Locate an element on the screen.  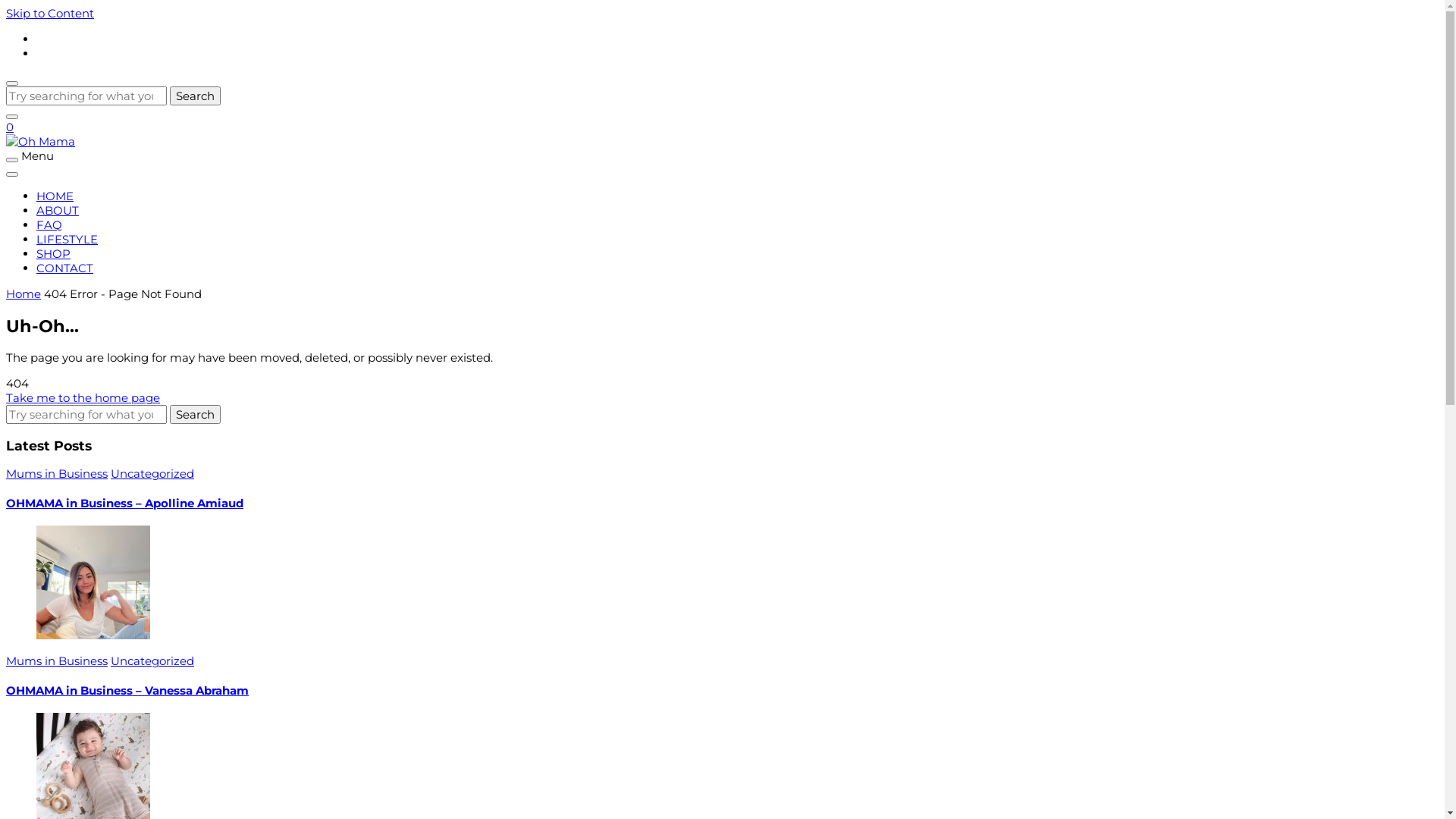
'CONTACT' is located at coordinates (64, 267).